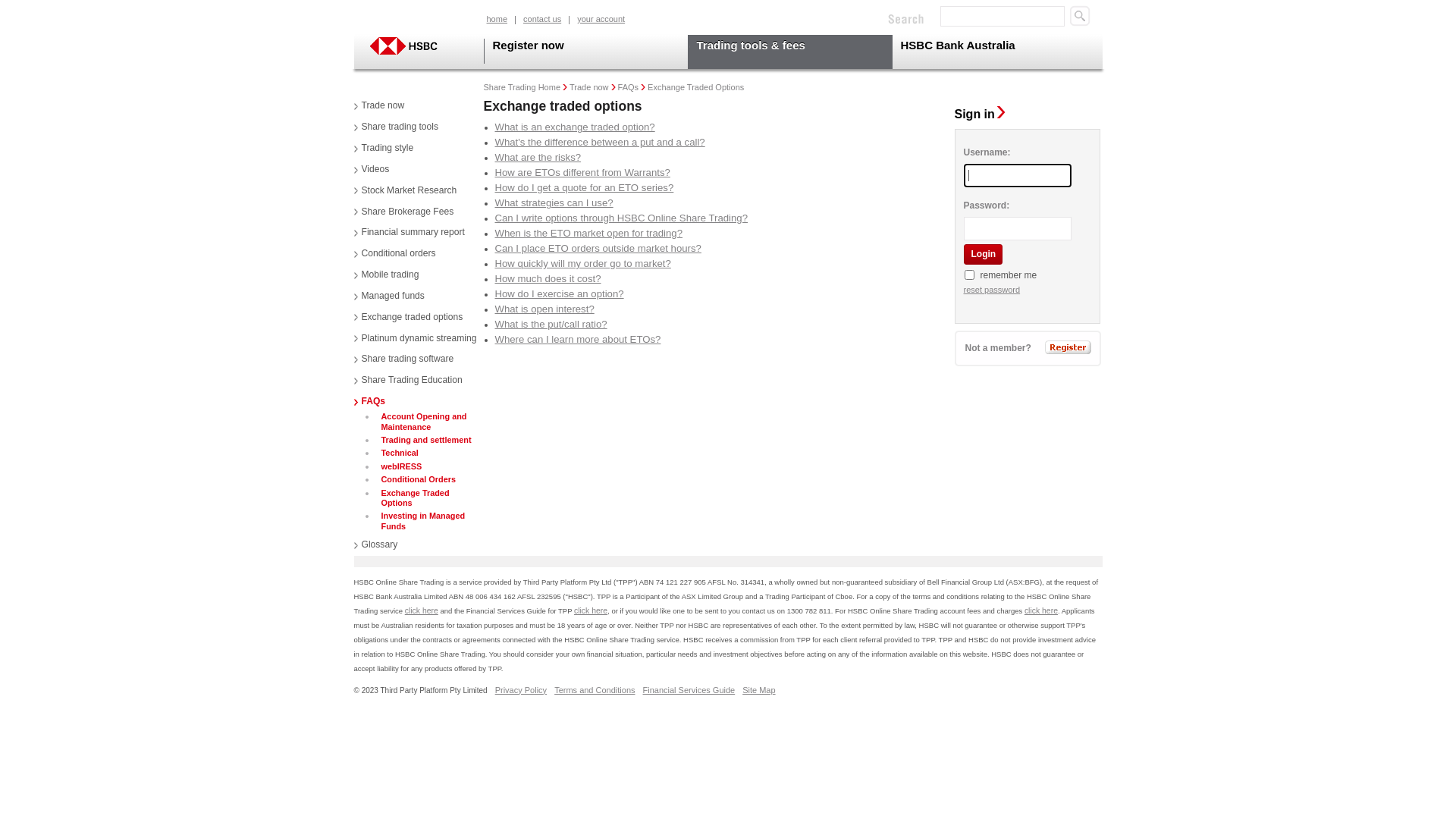 The height and width of the screenshot is (819, 1456). I want to click on 'What is an exchange traded option?', so click(573, 126).